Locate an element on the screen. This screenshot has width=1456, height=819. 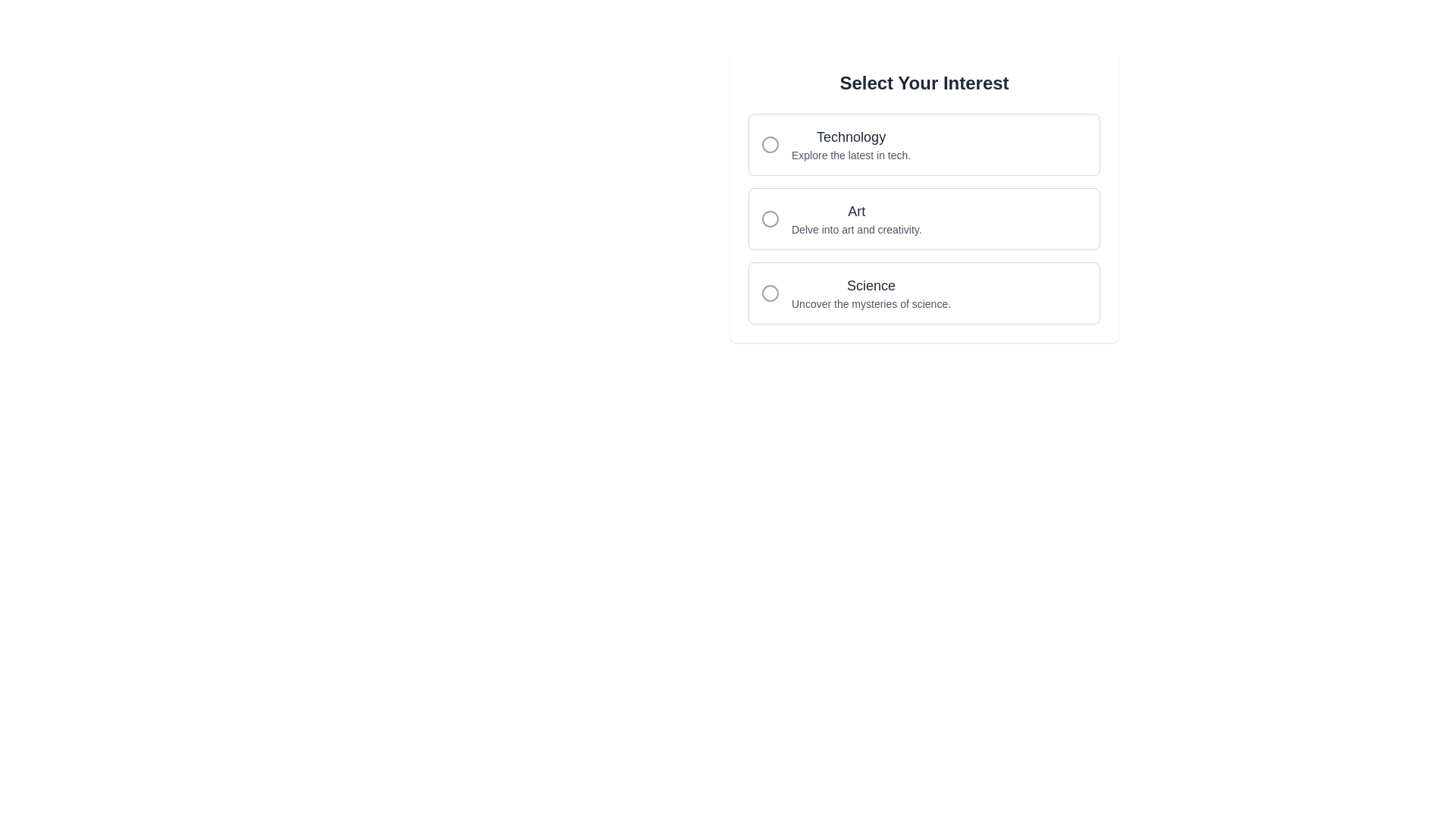
the 'Technology' radio button in the vertical list of options under 'Select Your Interest' is located at coordinates (924, 145).